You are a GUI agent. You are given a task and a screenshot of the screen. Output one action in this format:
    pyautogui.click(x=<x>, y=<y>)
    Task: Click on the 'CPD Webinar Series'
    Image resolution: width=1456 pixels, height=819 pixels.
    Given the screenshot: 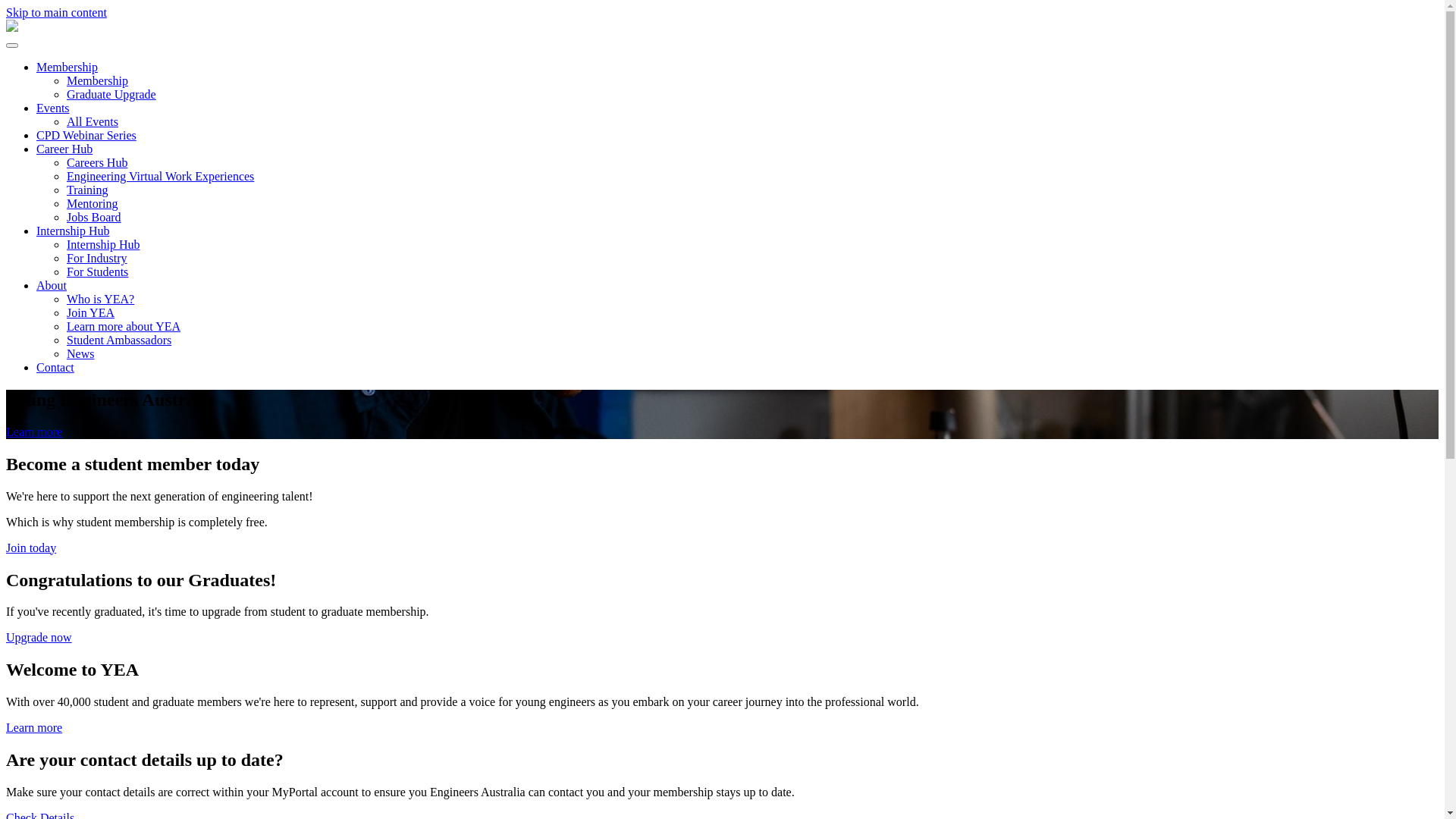 What is the action you would take?
    pyautogui.click(x=86, y=134)
    